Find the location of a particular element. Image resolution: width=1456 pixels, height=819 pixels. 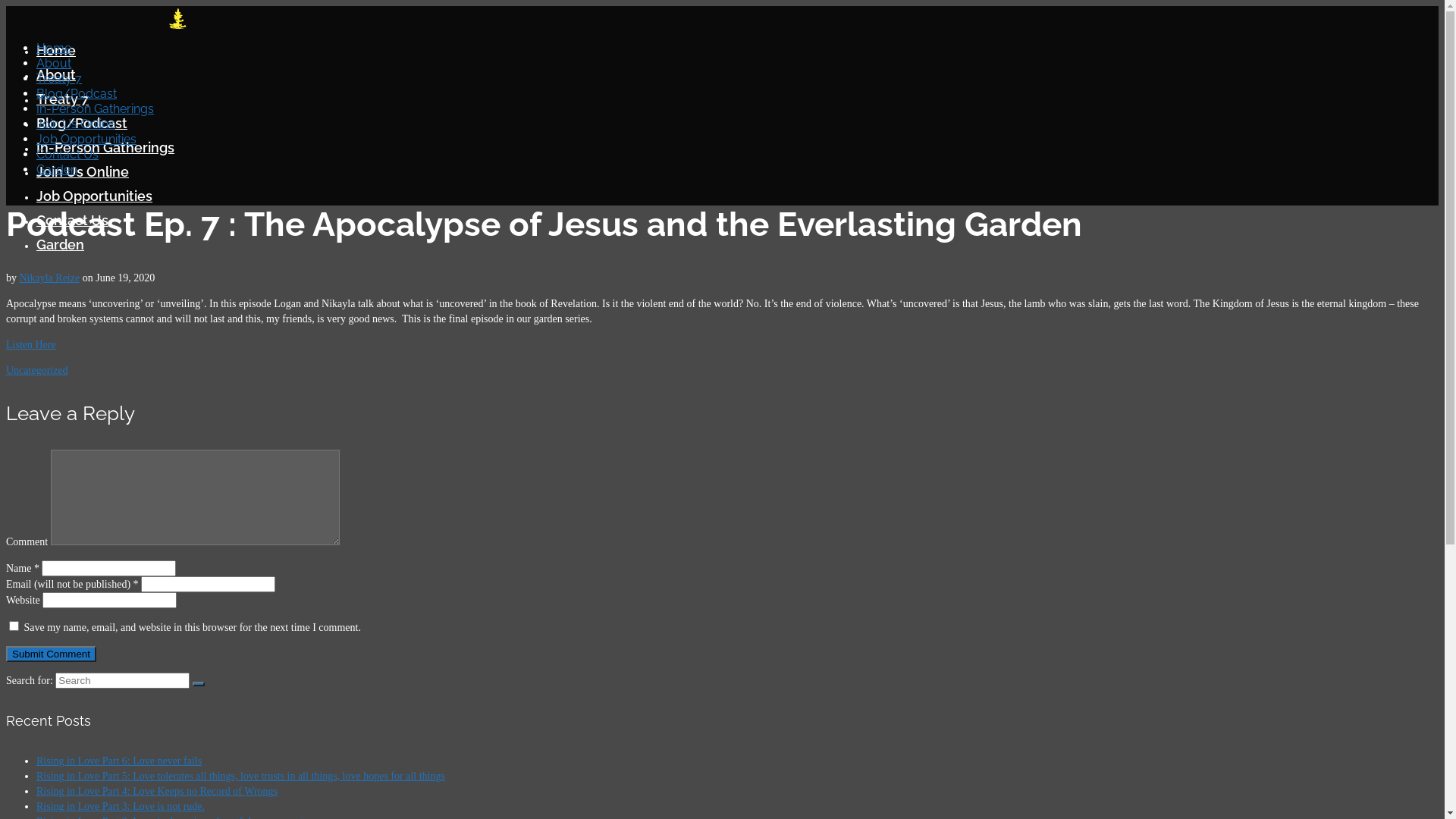

'Blog/Podcast' is located at coordinates (75, 93).